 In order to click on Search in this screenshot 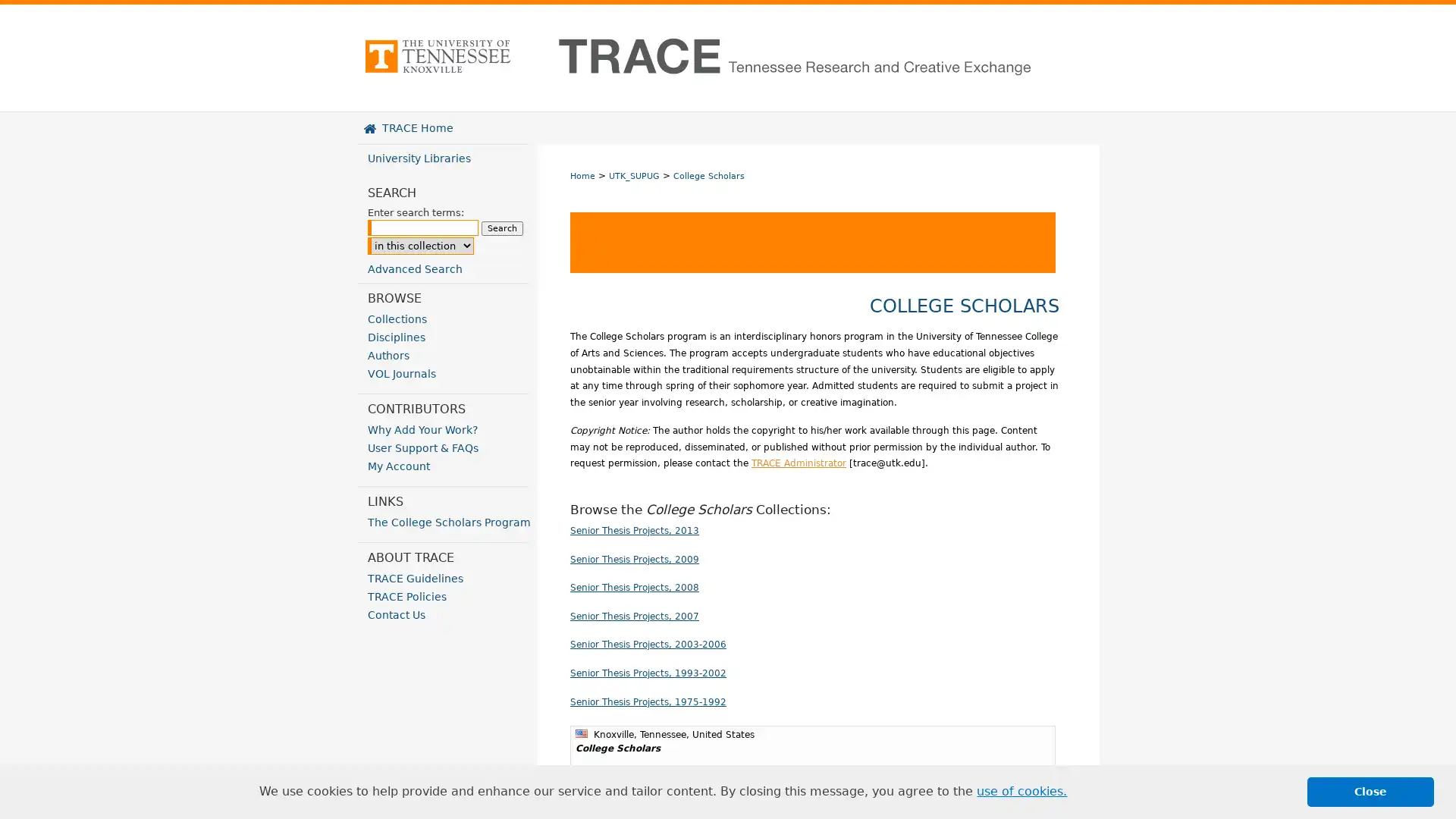, I will do `click(502, 228)`.